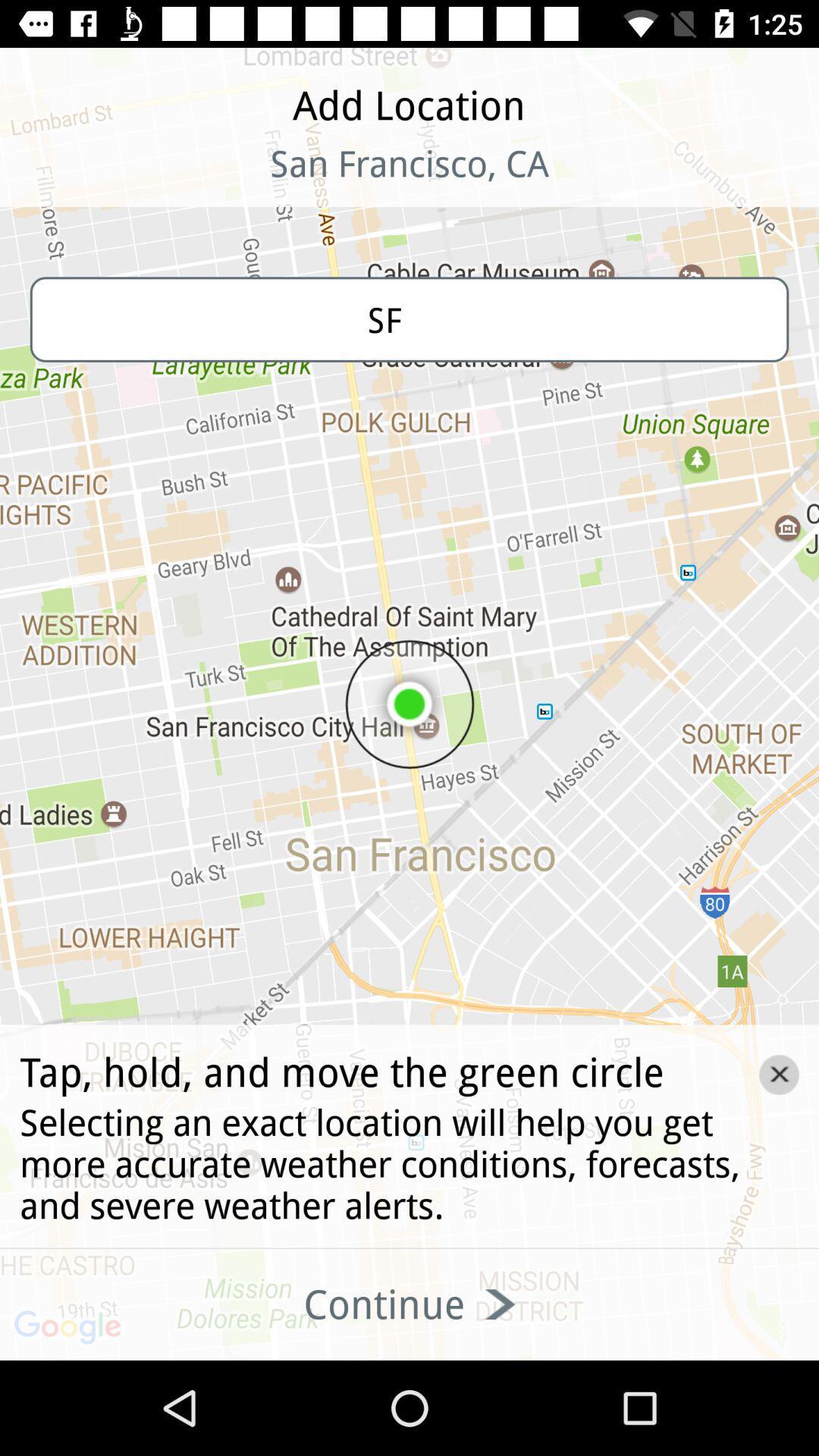  What do you see at coordinates (99, 182) in the screenshot?
I see `the icon to the left of san francisco, ca icon` at bounding box center [99, 182].